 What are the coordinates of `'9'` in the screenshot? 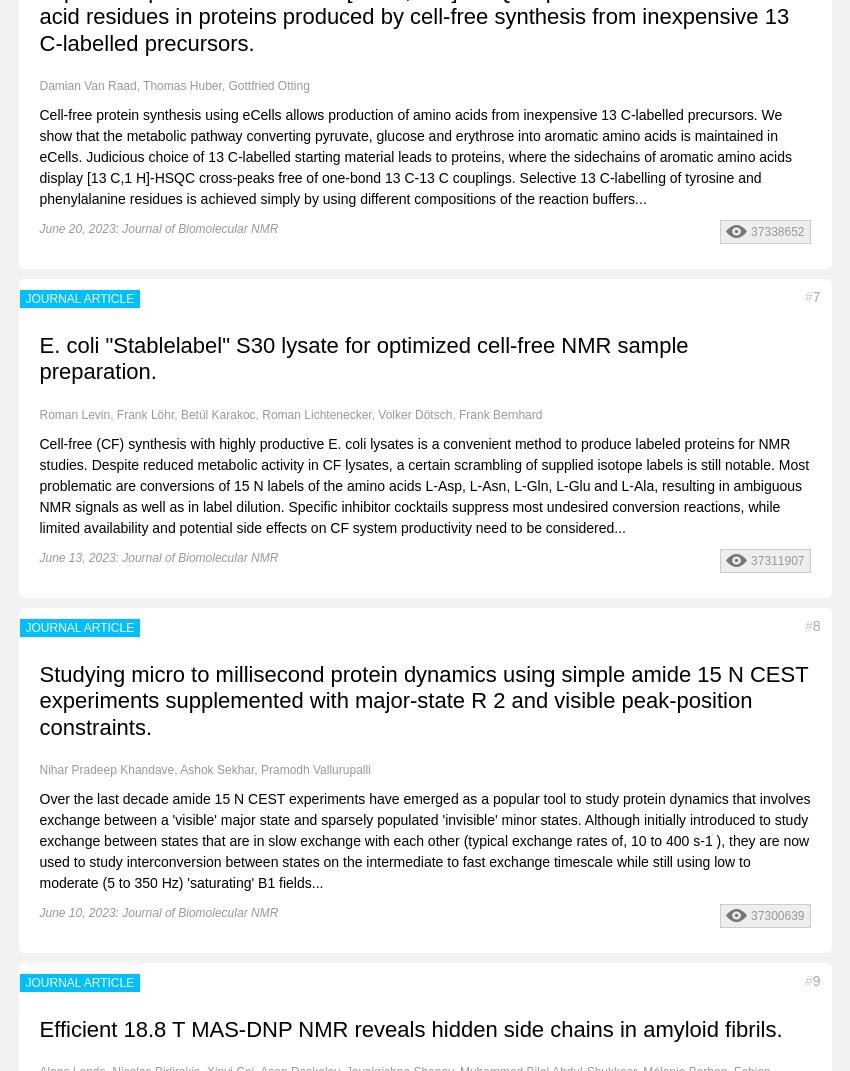 It's located at (816, 980).